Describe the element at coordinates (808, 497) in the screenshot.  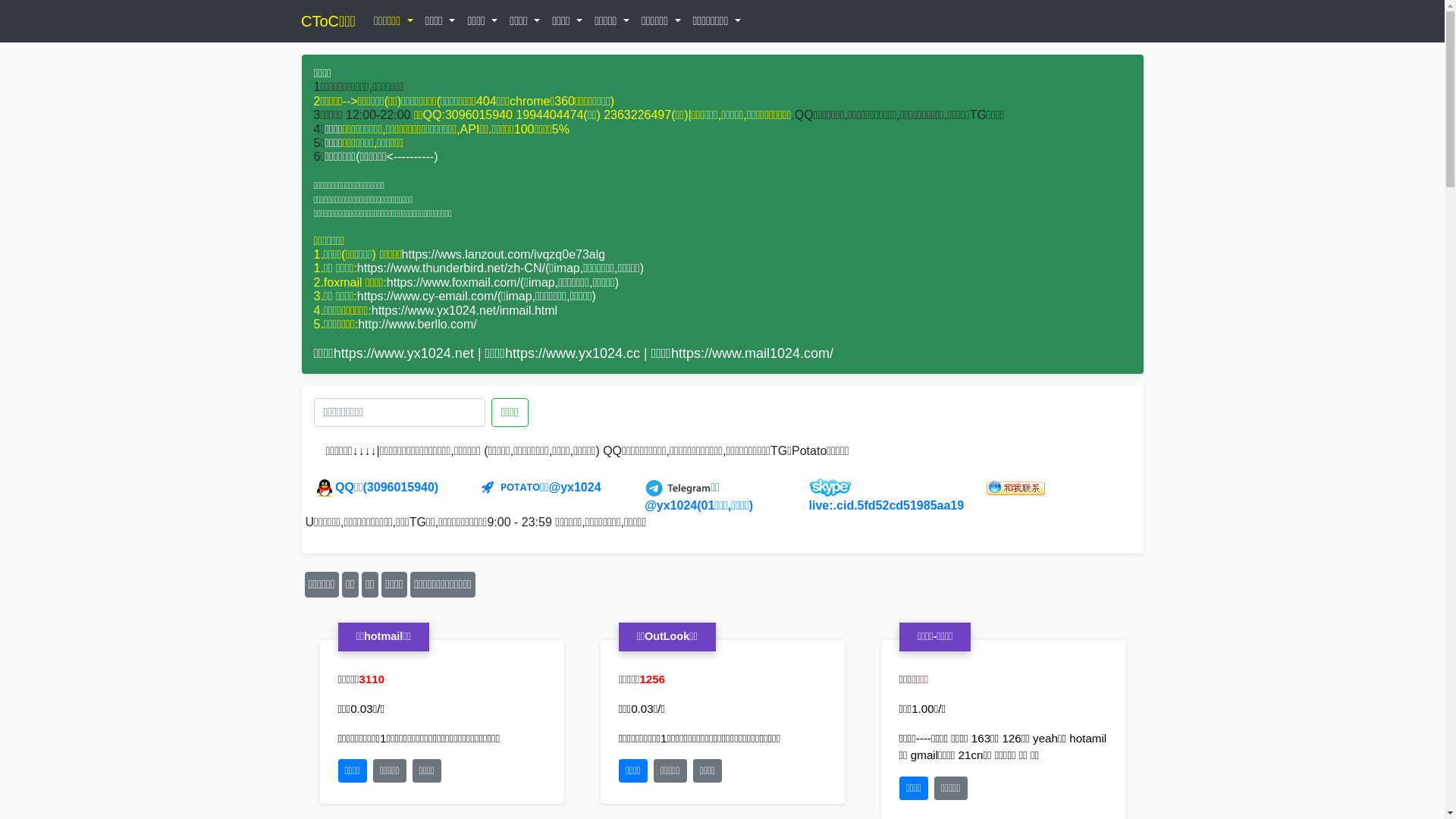
I see `'live:.cid.5fd52cd51985aa19'` at that location.